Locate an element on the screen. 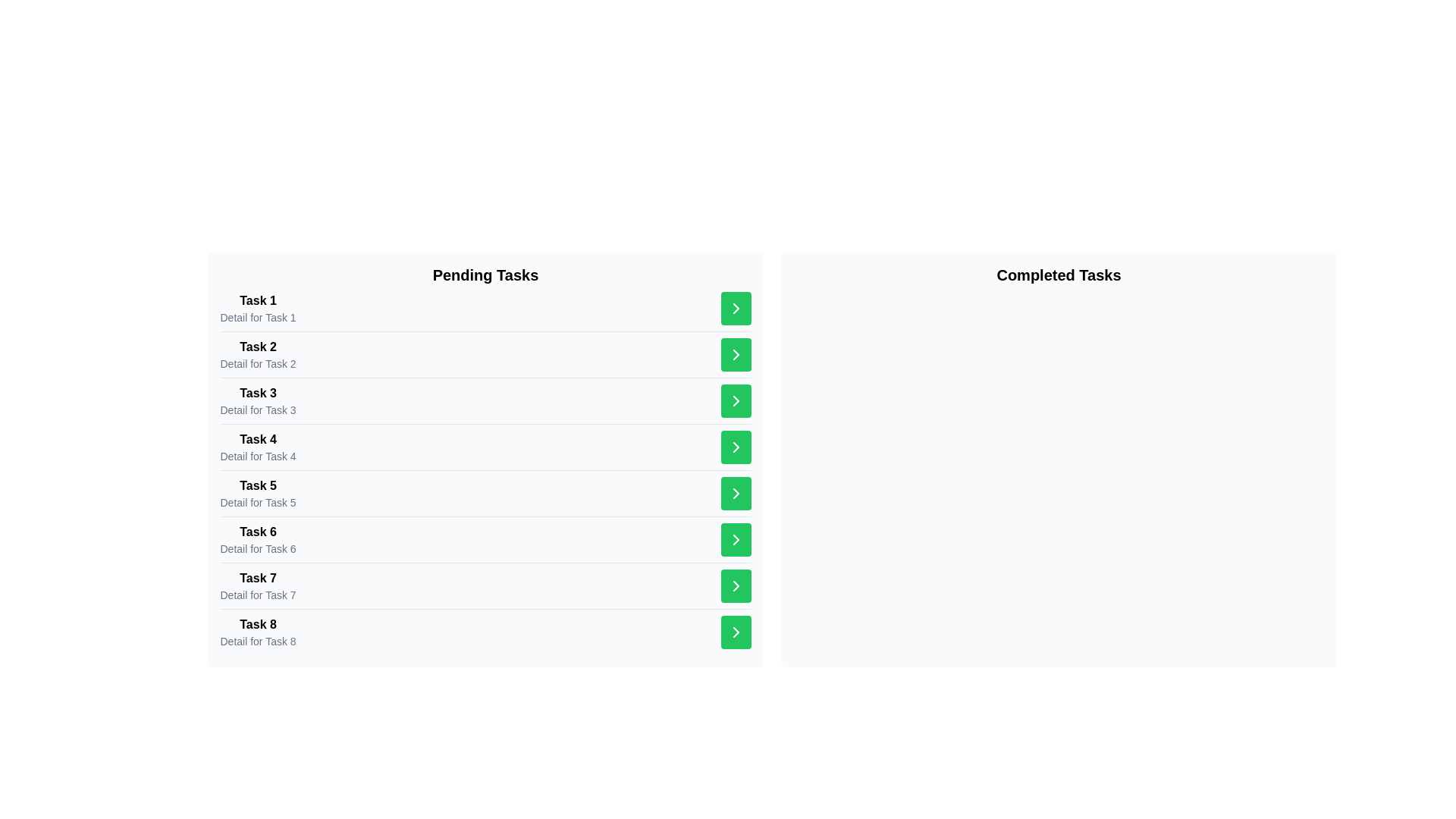 The image size is (1456, 819). the heading text 'Completed Tasks', which is styled in bold and large font, located at the top of the right panel with a light gray background is located at coordinates (1058, 275).